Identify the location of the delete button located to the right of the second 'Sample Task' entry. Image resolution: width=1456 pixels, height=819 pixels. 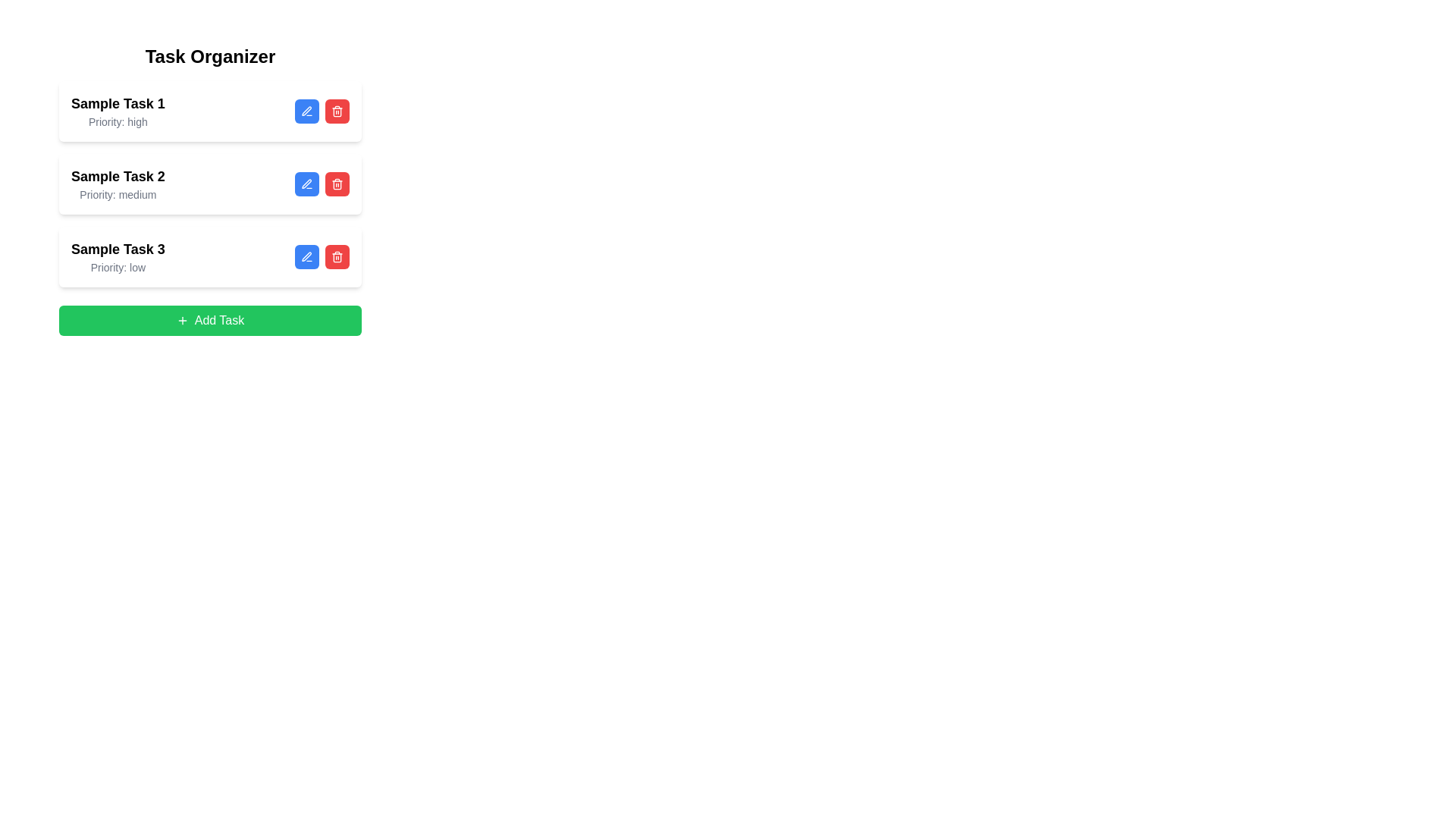
(337, 256).